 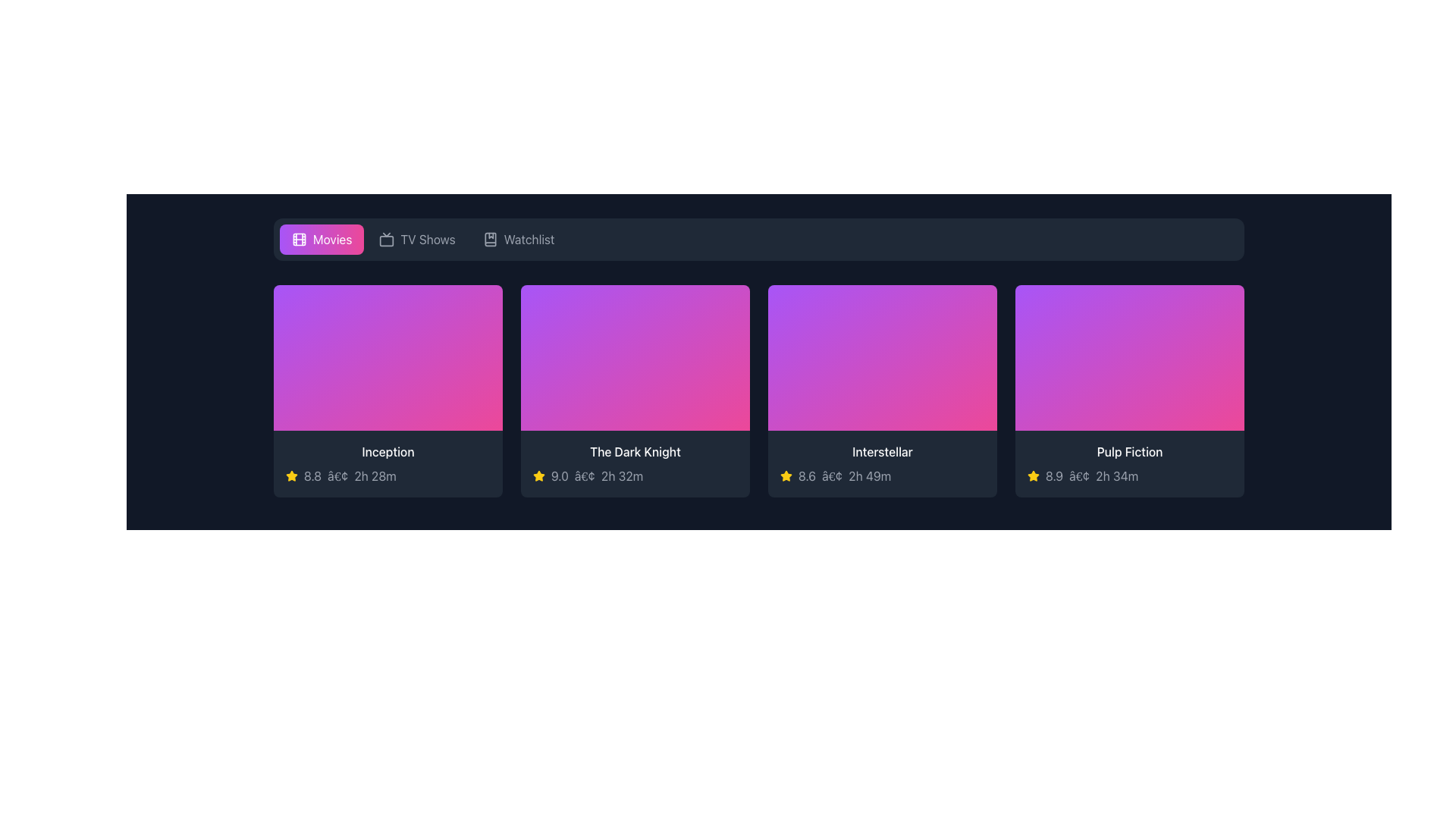 What do you see at coordinates (291, 475) in the screenshot?
I see `the star-shaped yellow rating icon located to the left of the text '8.8 â¢ 2h 28m' under the movie title 'Inception'` at bounding box center [291, 475].